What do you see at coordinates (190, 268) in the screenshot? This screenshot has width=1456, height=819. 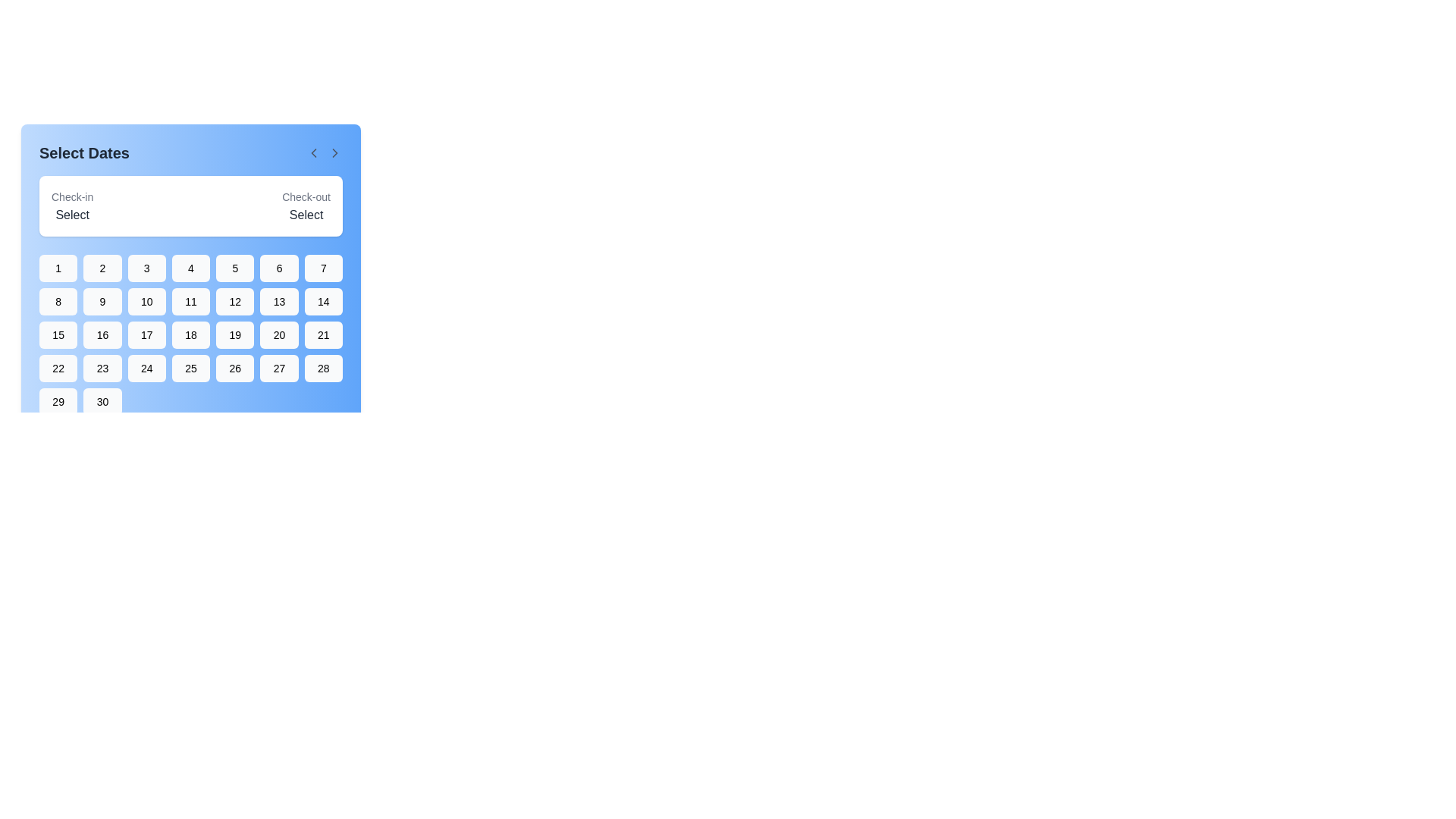 I see `the button labeled '4' which is the fourth button in the first row of a 7-column grid layout, located below the 'Select Dates' section` at bounding box center [190, 268].